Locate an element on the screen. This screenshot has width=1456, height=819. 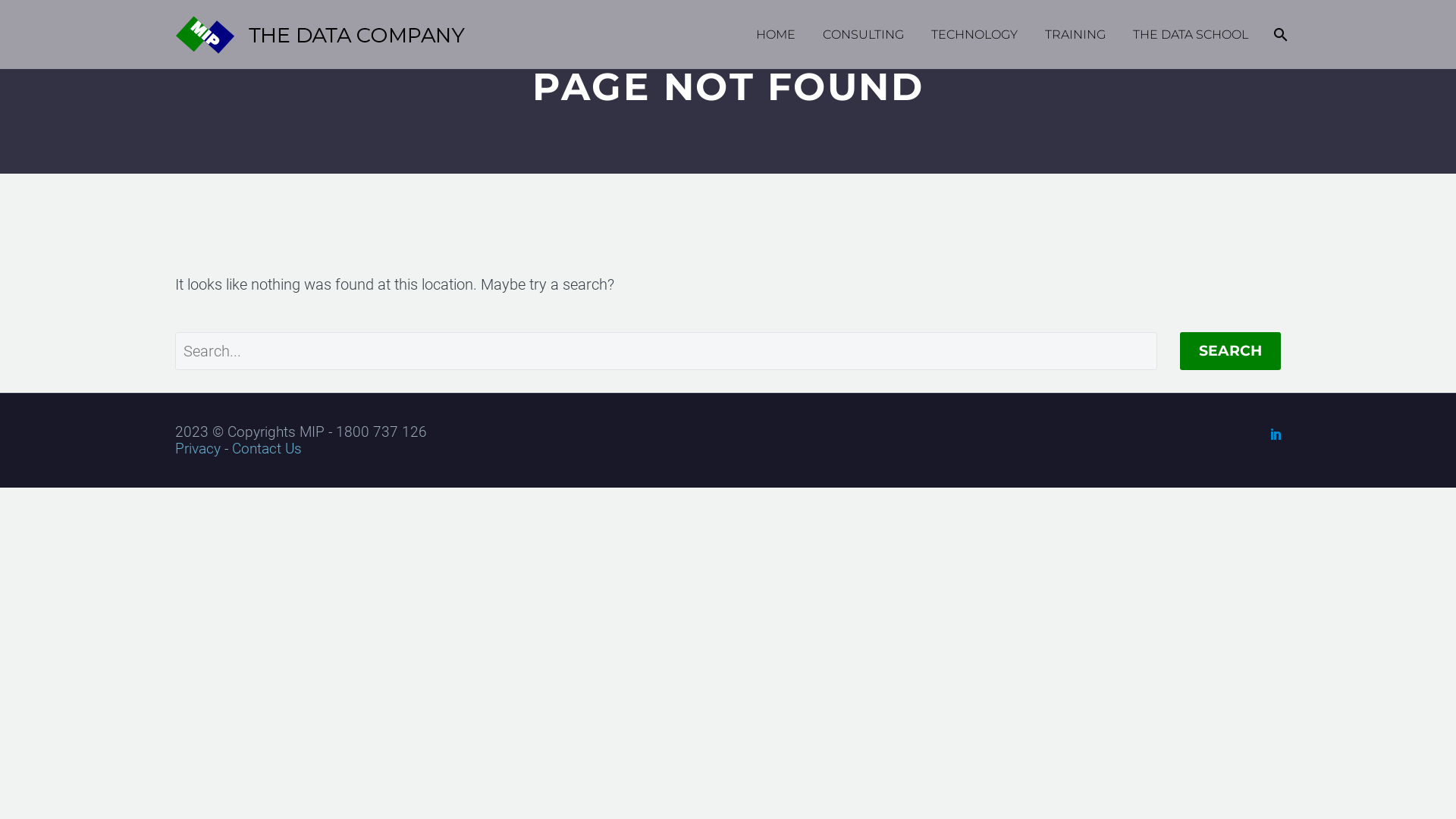
'TECHNOLOGY' is located at coordinates (974, 34).